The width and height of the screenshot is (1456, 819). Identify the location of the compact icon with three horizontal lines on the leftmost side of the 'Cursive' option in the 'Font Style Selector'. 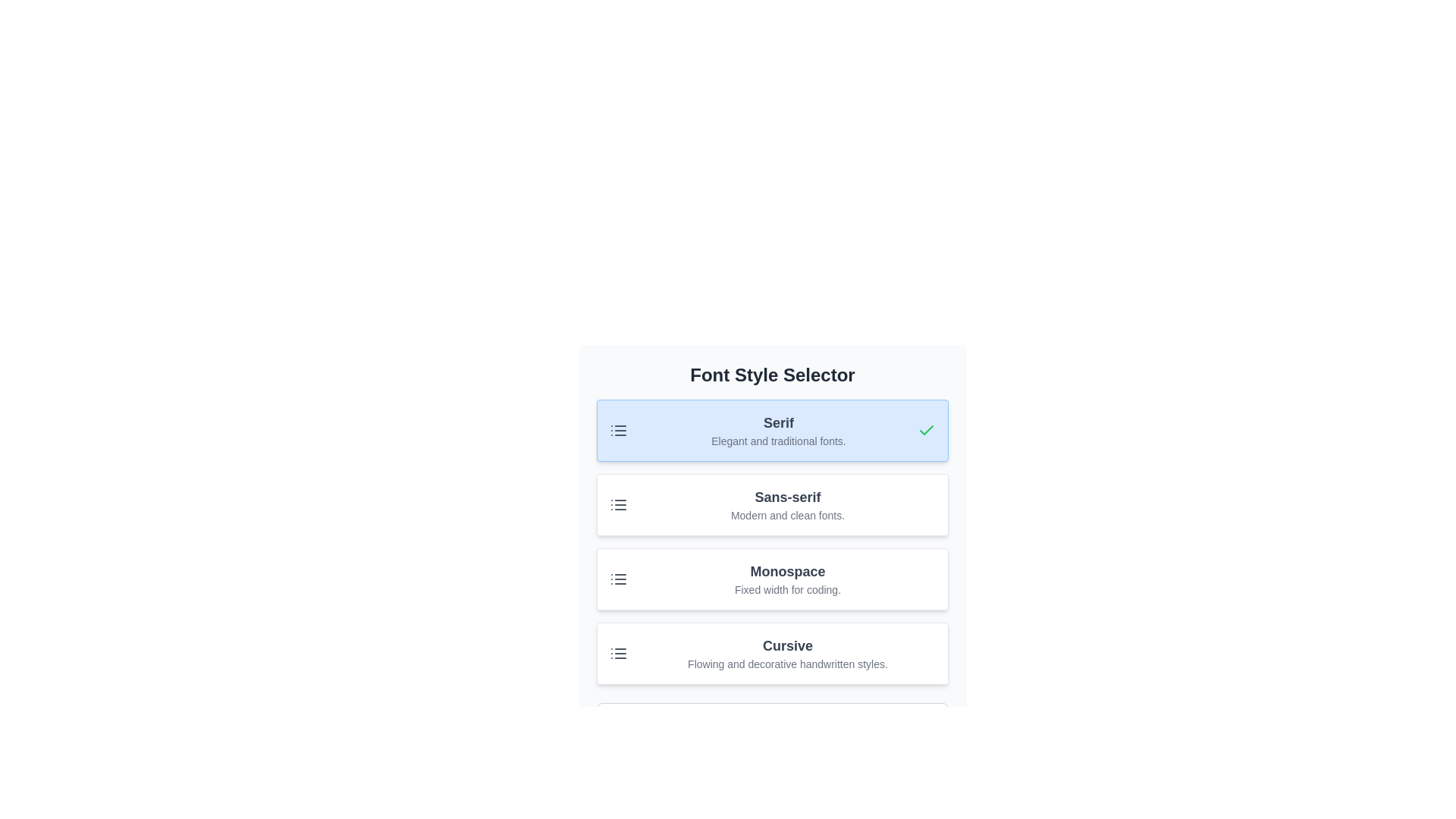
(619, 652).